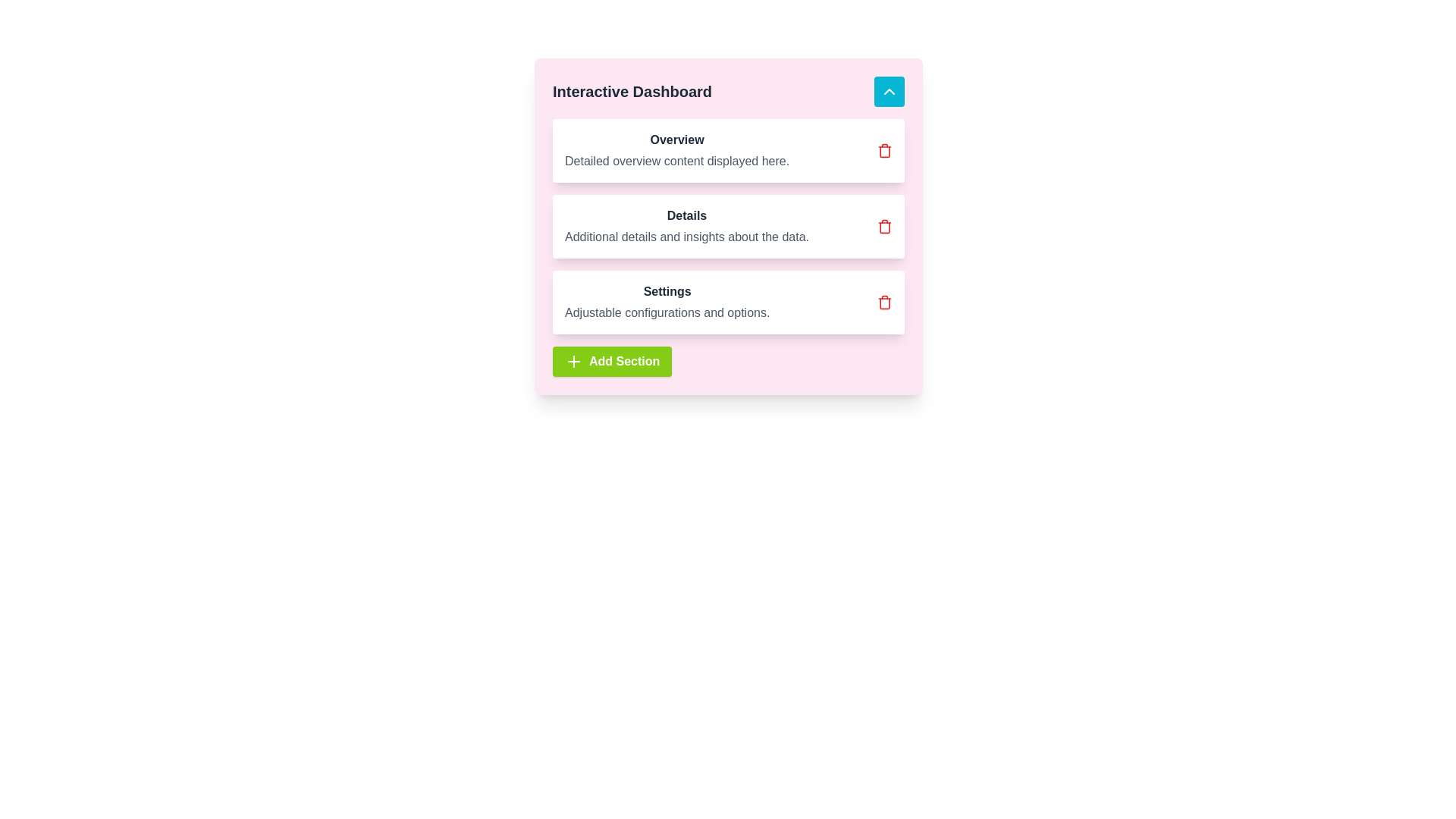 The width and height of the screenshot is (1456, 819). I want to click on the red trash can icon button located at the top-right corner of the 'Overview' section of the dashboard, so click(884, 151).